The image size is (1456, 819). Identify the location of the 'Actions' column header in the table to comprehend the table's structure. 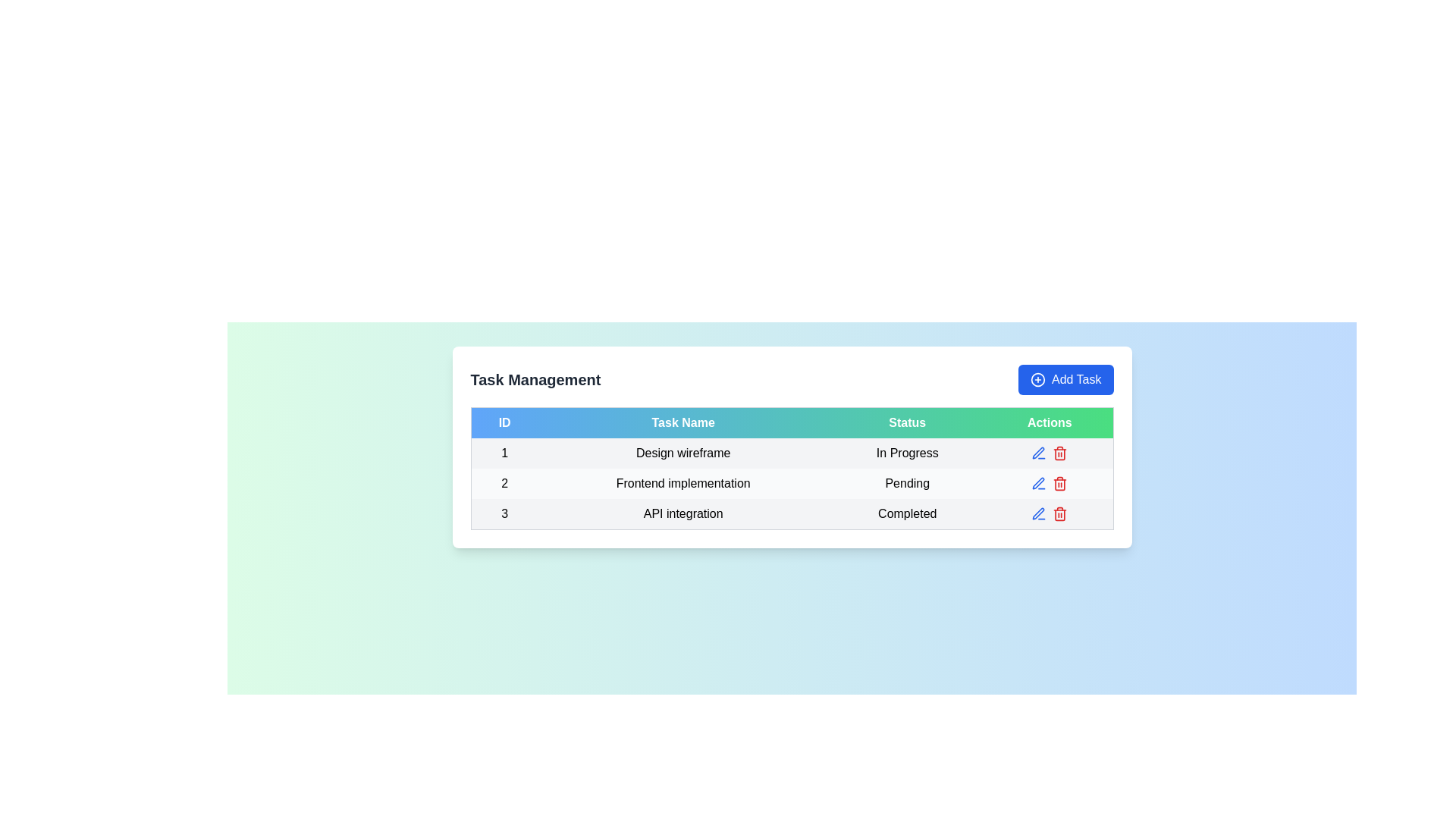
(1048, 422).